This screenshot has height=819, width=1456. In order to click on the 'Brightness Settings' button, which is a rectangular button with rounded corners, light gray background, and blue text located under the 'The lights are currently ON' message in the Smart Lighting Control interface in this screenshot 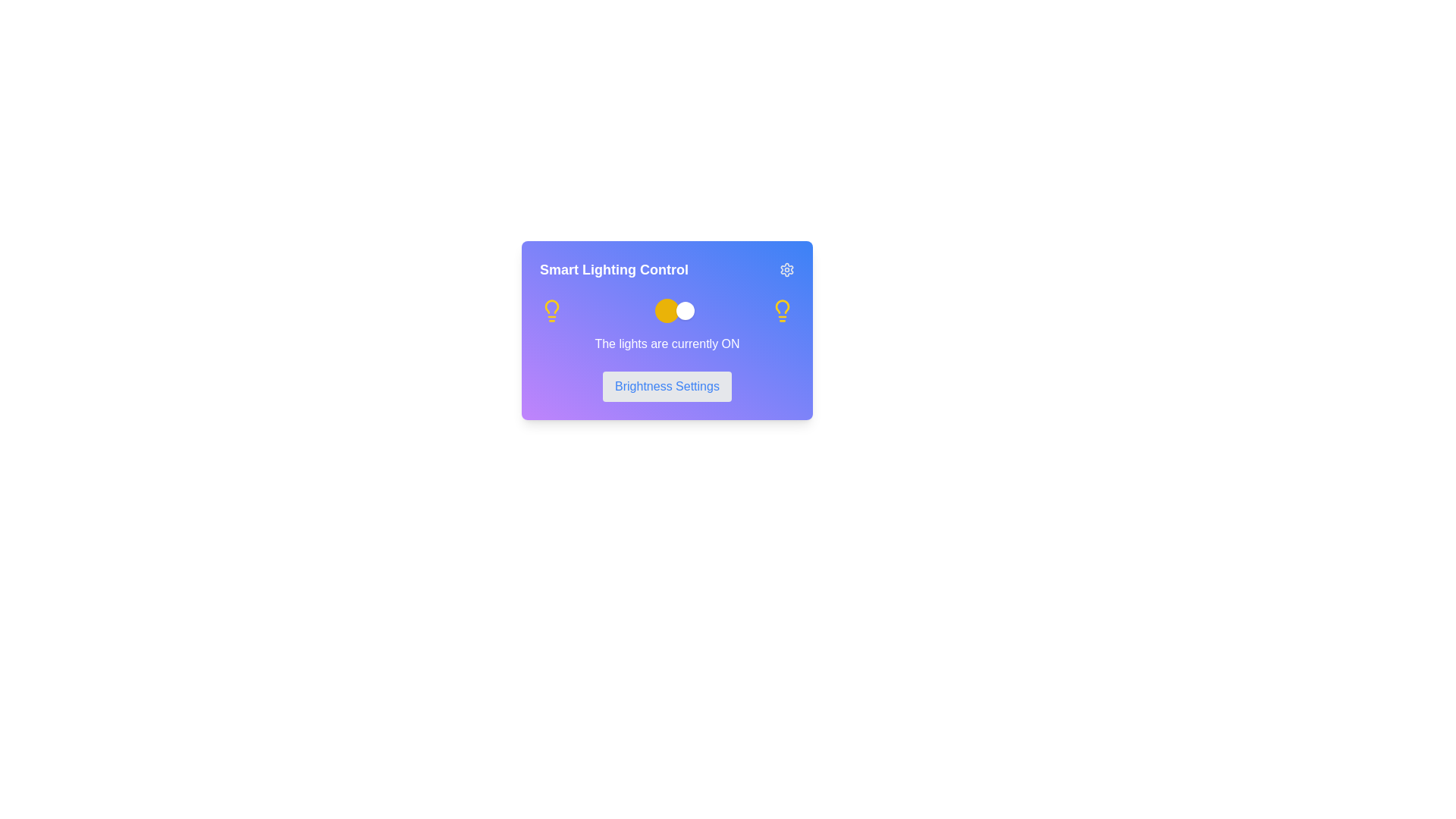, I will do `click(667, 385)`.